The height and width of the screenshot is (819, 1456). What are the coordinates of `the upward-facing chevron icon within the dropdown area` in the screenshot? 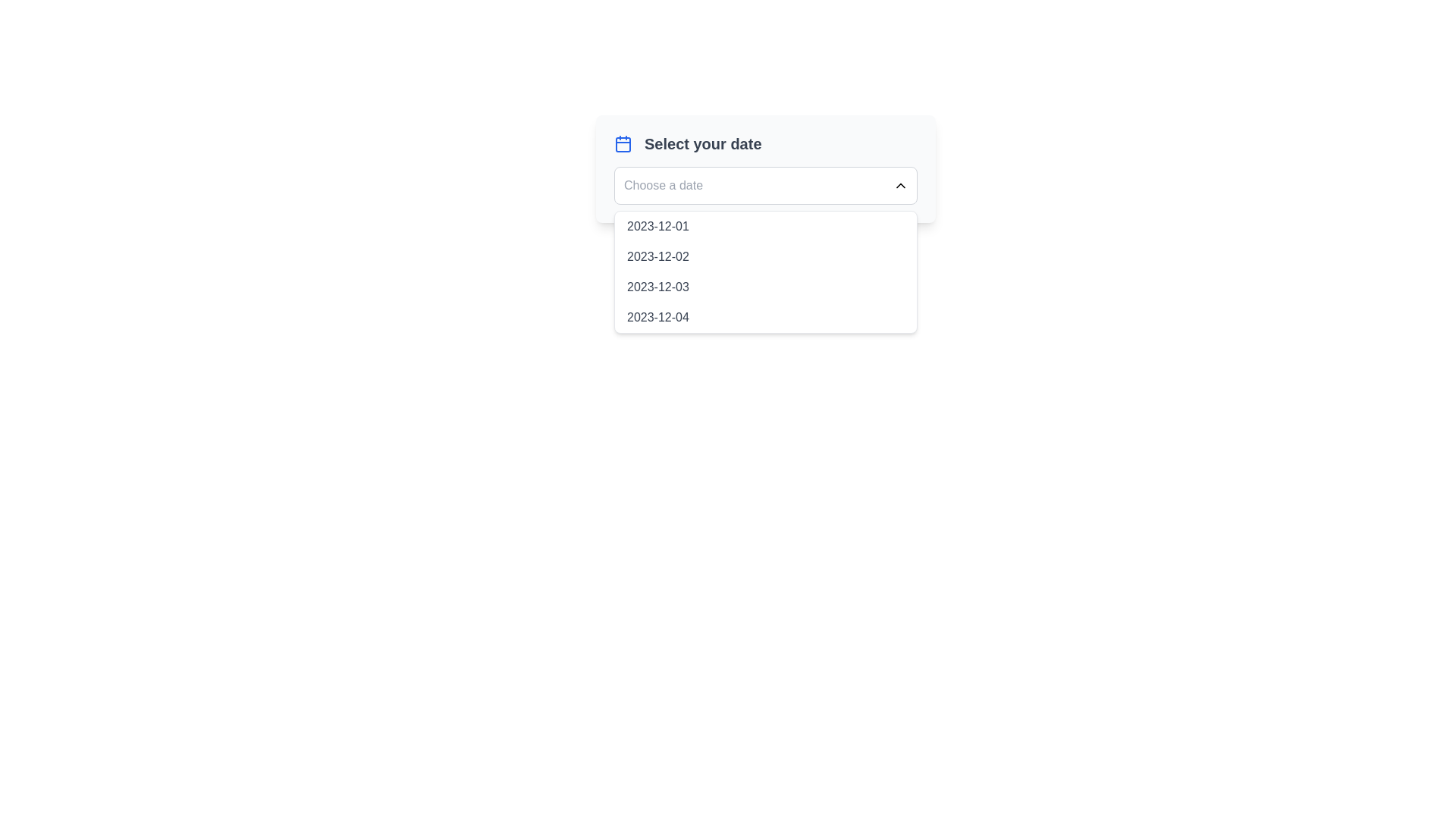 It's located at (901, 185).